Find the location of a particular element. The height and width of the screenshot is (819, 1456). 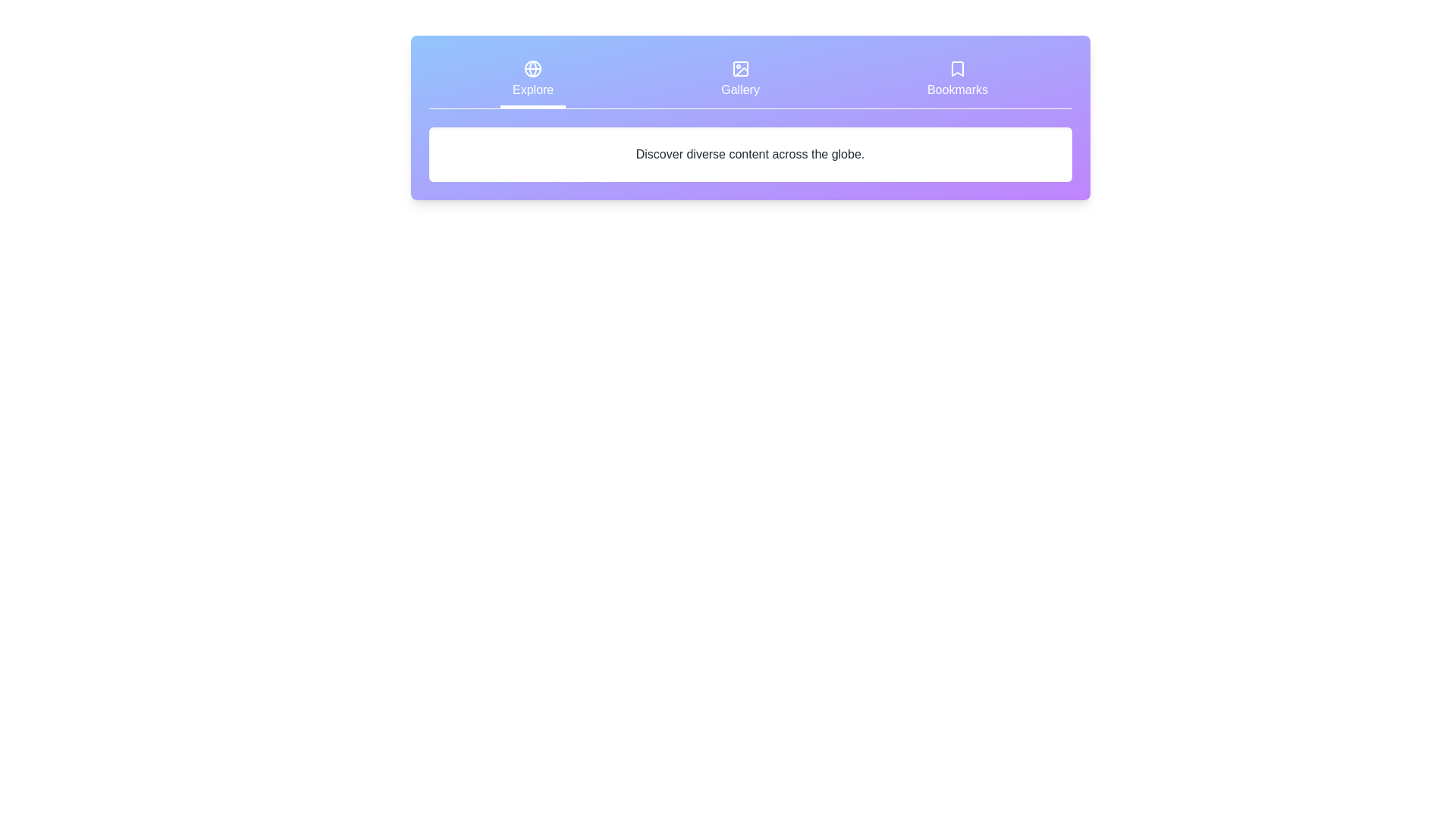

the Explore tab by clicking on it is located at coordinates (532, 81).